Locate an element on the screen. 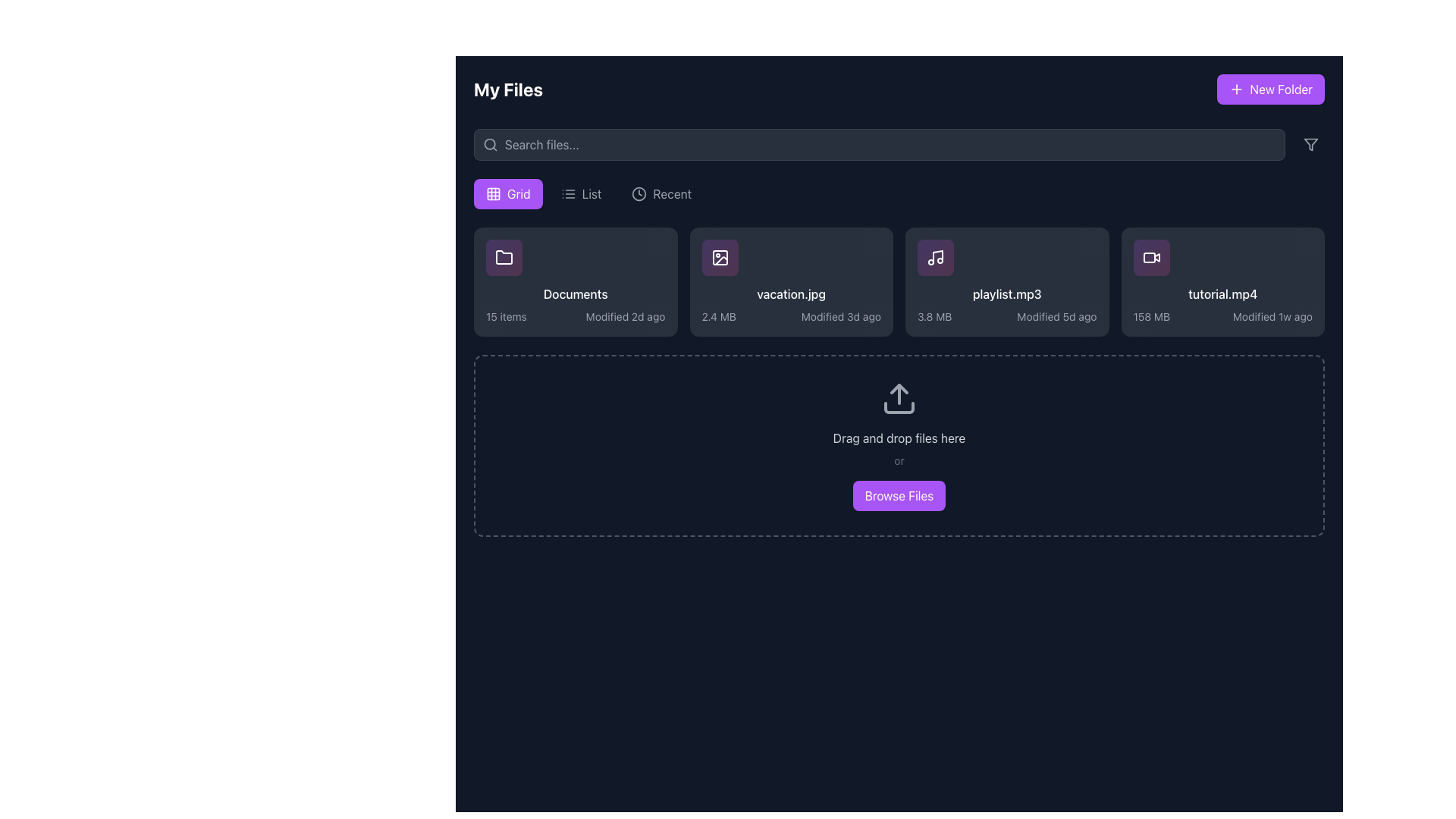  the SVG Icon of the musical note, which is located at the center of the 'playlist.mp3' file card in the 'My Files' section is located at coordinates (934, 256).